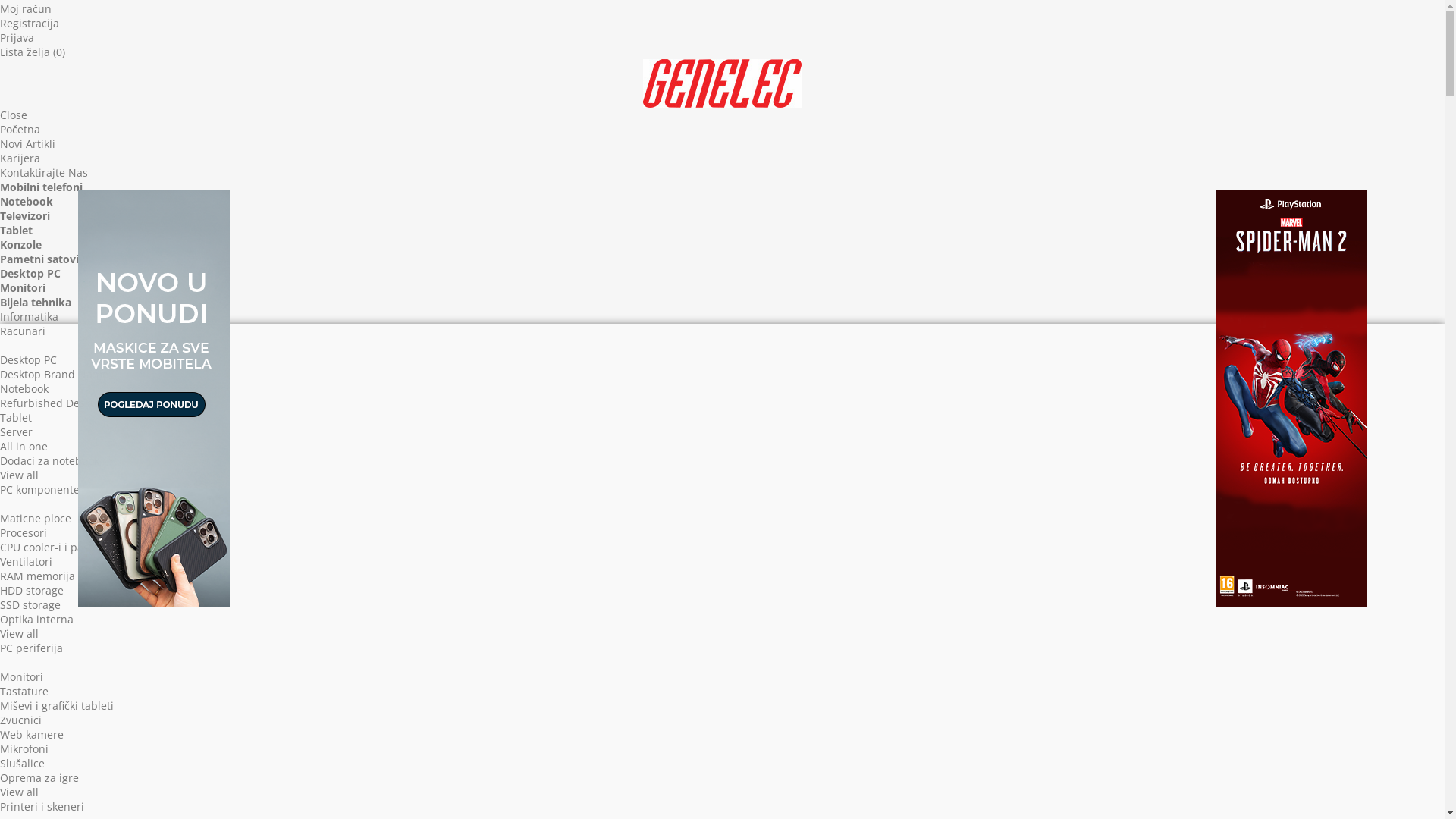 Image resolution: width=1456 pixels, height=819 pixels. Describe the element at coordinates (16, 431) in the screenshot. I see `'Server'` at that location.